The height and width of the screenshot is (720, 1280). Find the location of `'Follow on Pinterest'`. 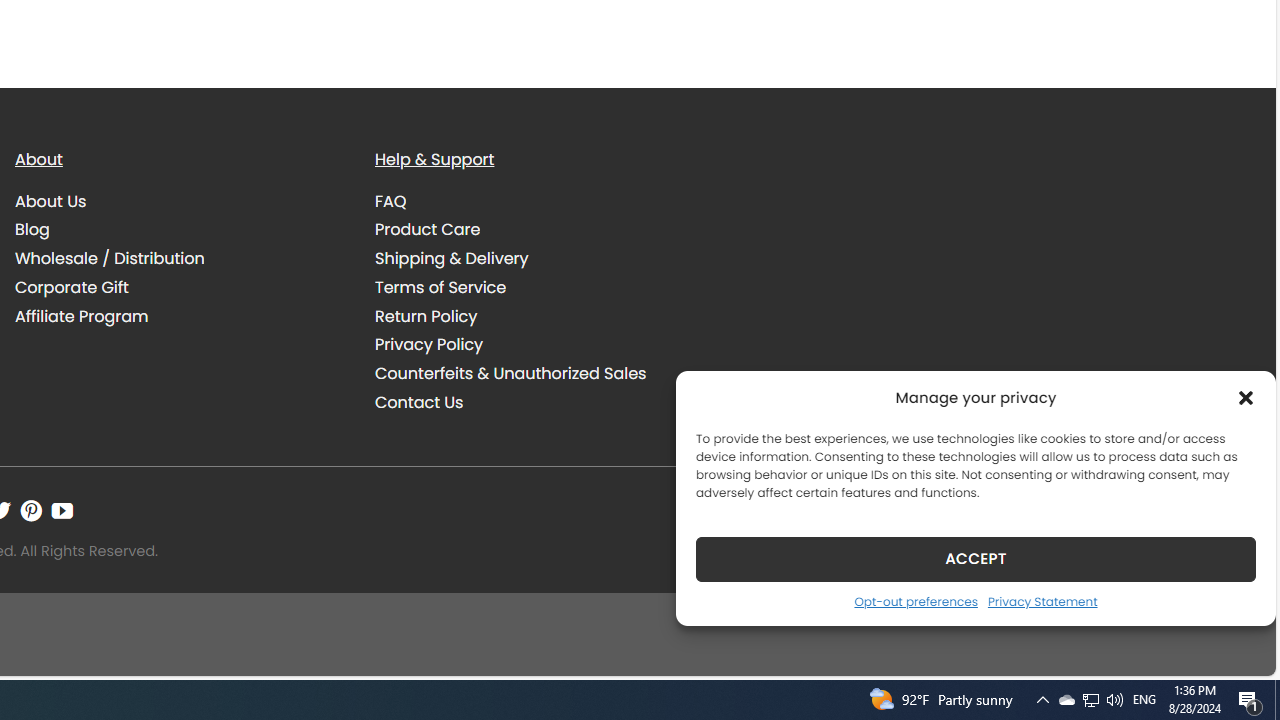

'Follow on Pinterest' is located at coordinates (31, 510).